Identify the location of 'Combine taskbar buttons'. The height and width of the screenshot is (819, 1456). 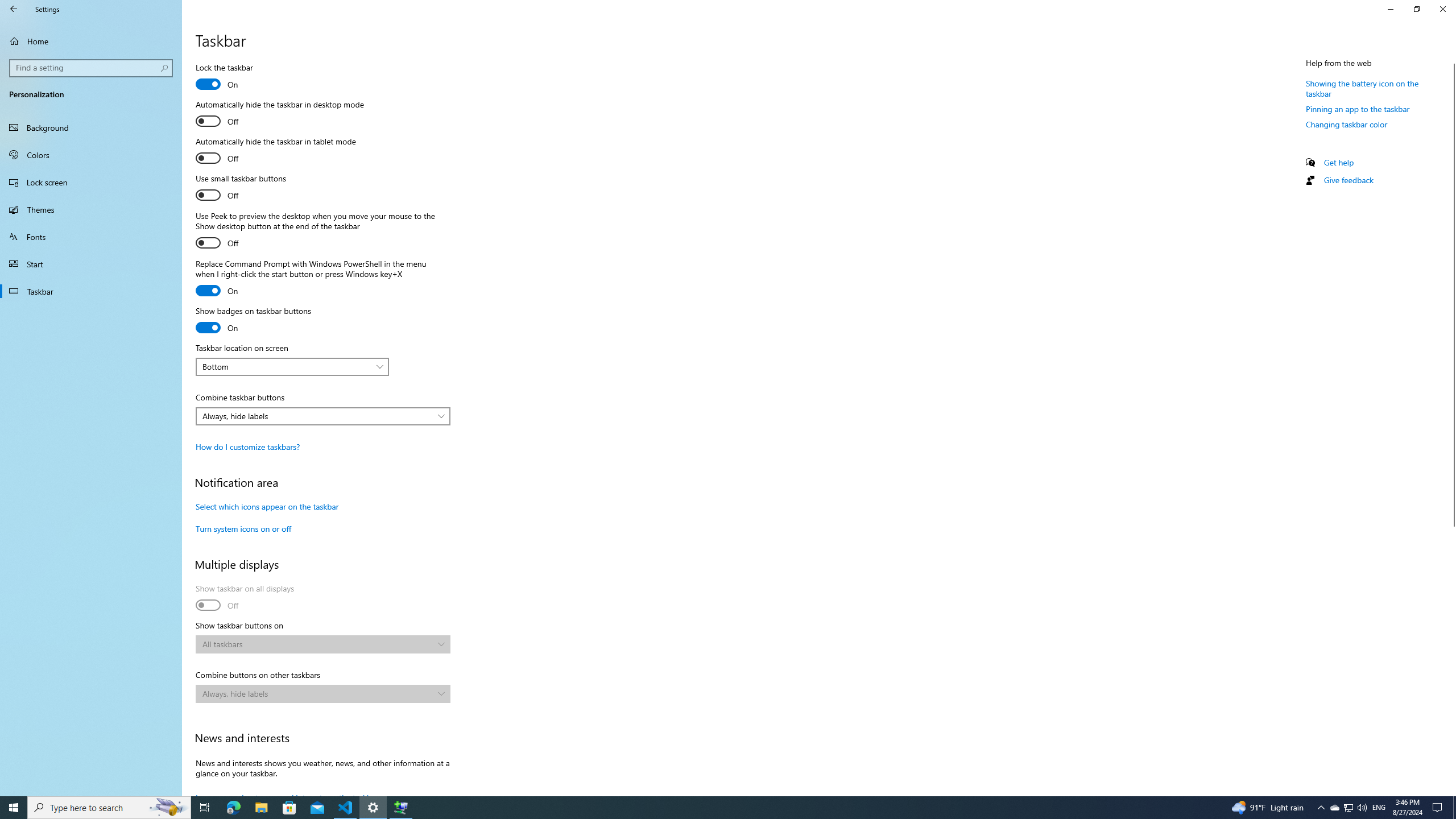
(322, 416).